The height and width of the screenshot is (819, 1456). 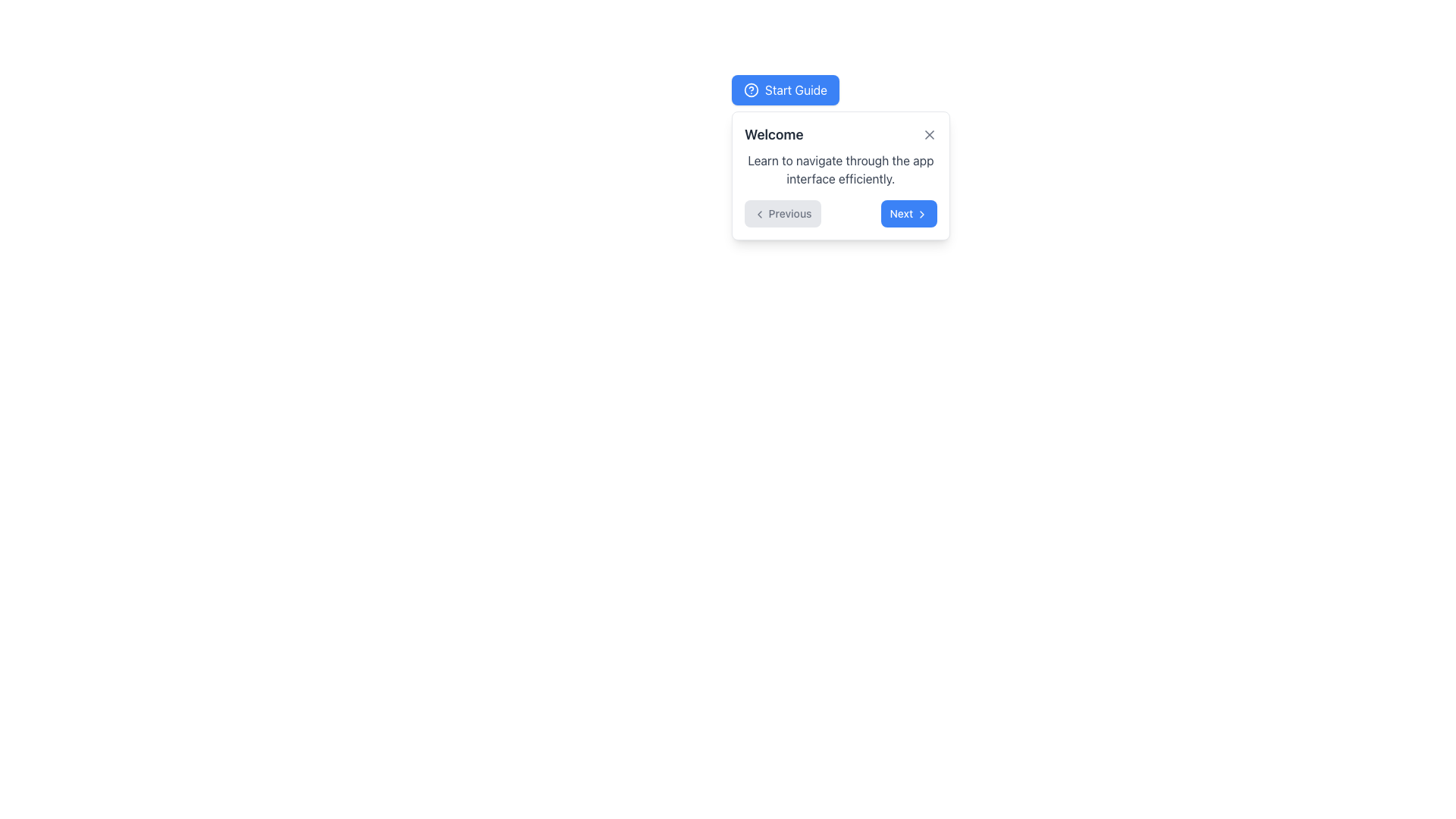 What do you see at coordinates (783, 213) in the screenshot?
I see `the leftmost navigation button located at the bottom of the white card interface` at bounding box center [783, 213].